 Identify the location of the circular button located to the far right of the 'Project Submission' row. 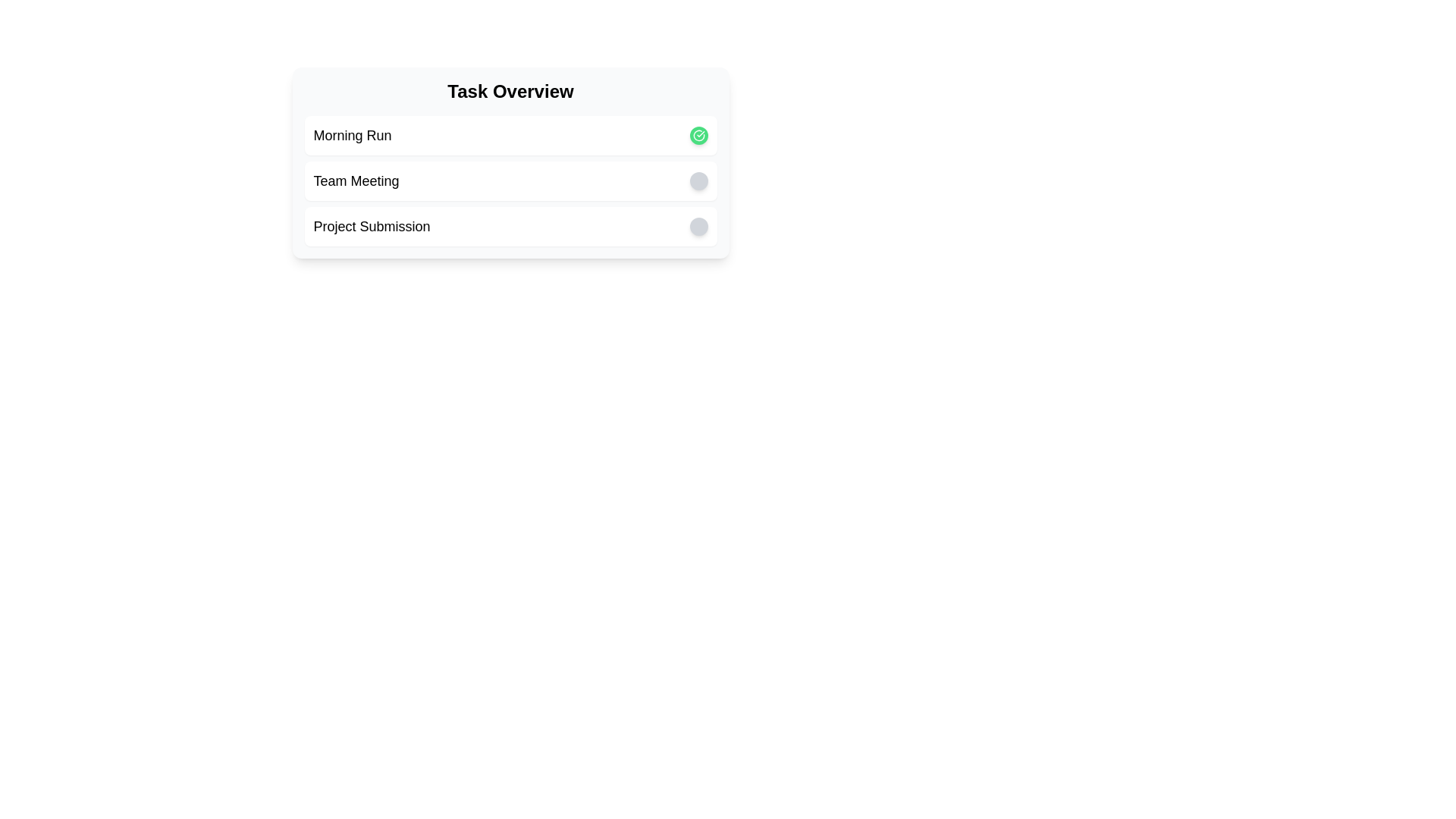
(698, 227).